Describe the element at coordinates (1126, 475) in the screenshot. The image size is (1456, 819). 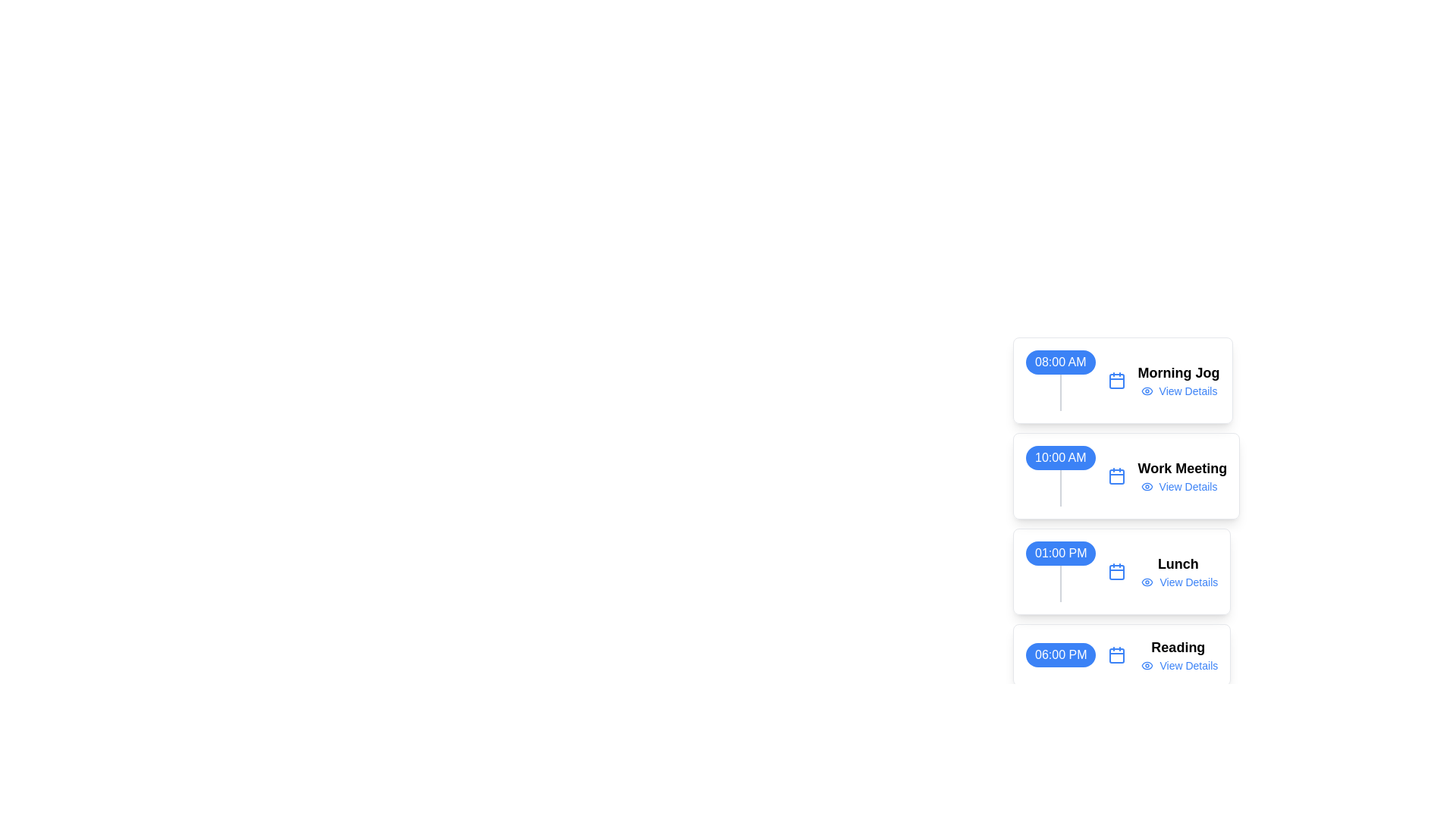
I see `the event card displaying '10:00 AM' with the label 'Work Meeting' positioned as the second item in the vertical list of events` at that location.